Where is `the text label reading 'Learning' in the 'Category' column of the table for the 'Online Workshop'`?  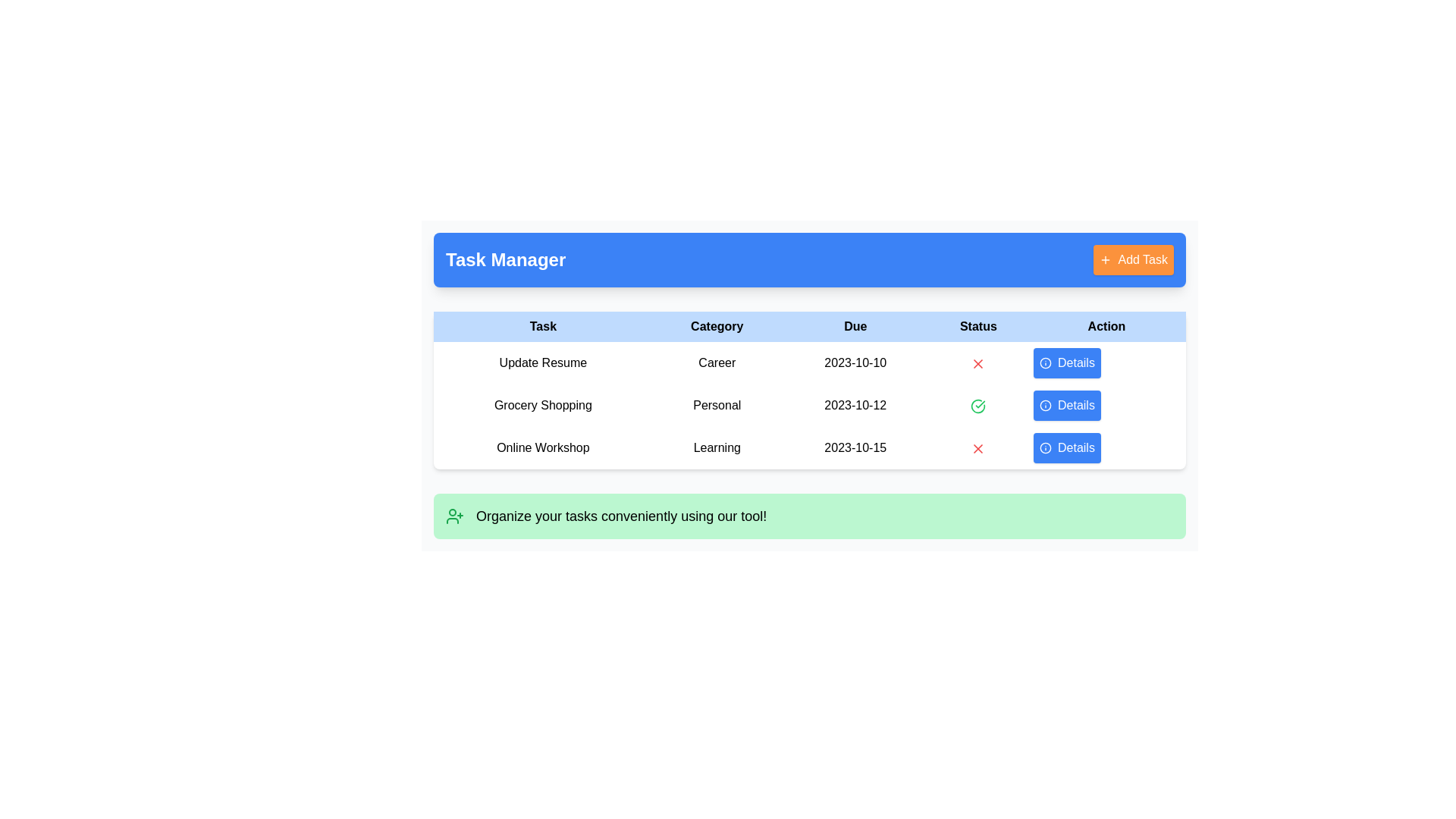 the text label reading 'Learning' in the 'Category' column of the table for the 'Online Workshop' is located at coordinates (716, 447).